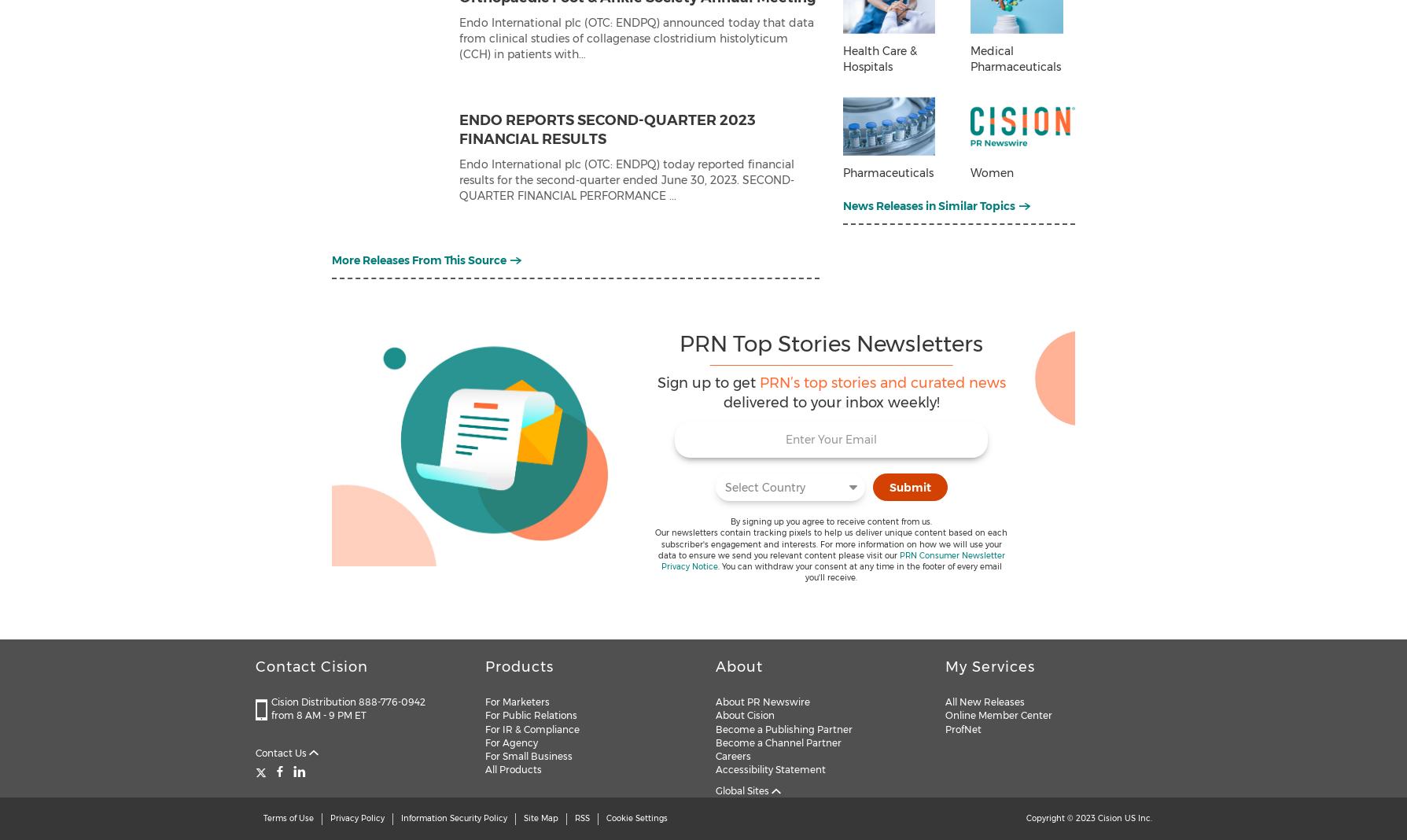 This screenshot has height=840, width=1407. What do you see at coordinates (347, 701) in the screenshot?
I see `'Cision Distribution 888-776-0942'` at bounding box center [347, 701].